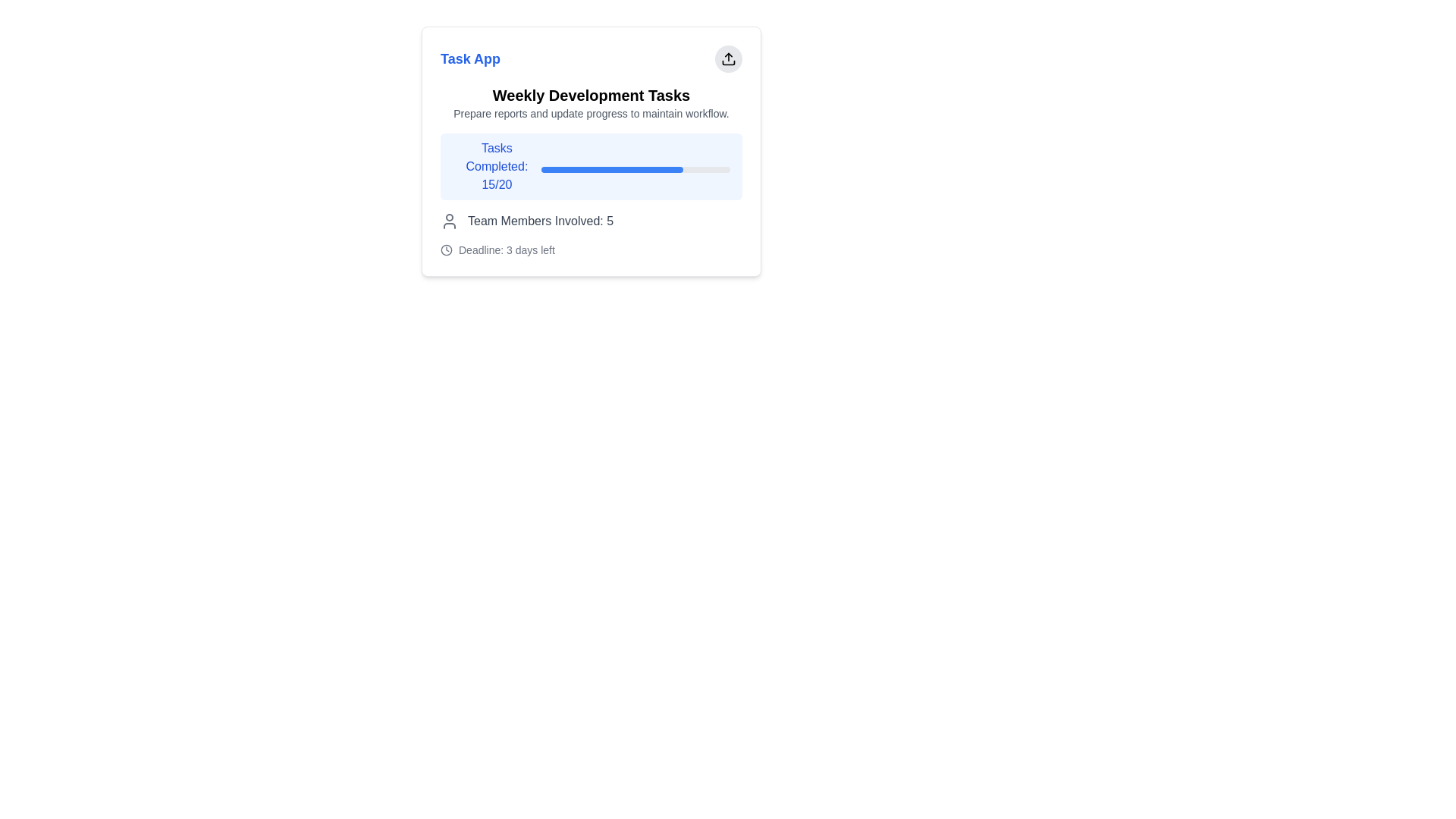 This screenshot has width=1456, height=819. I want to click on text element displaying 'Tasks Completed: 15/20', which is in a blue, bold font, to understand the task completion status, so click(497, 166).